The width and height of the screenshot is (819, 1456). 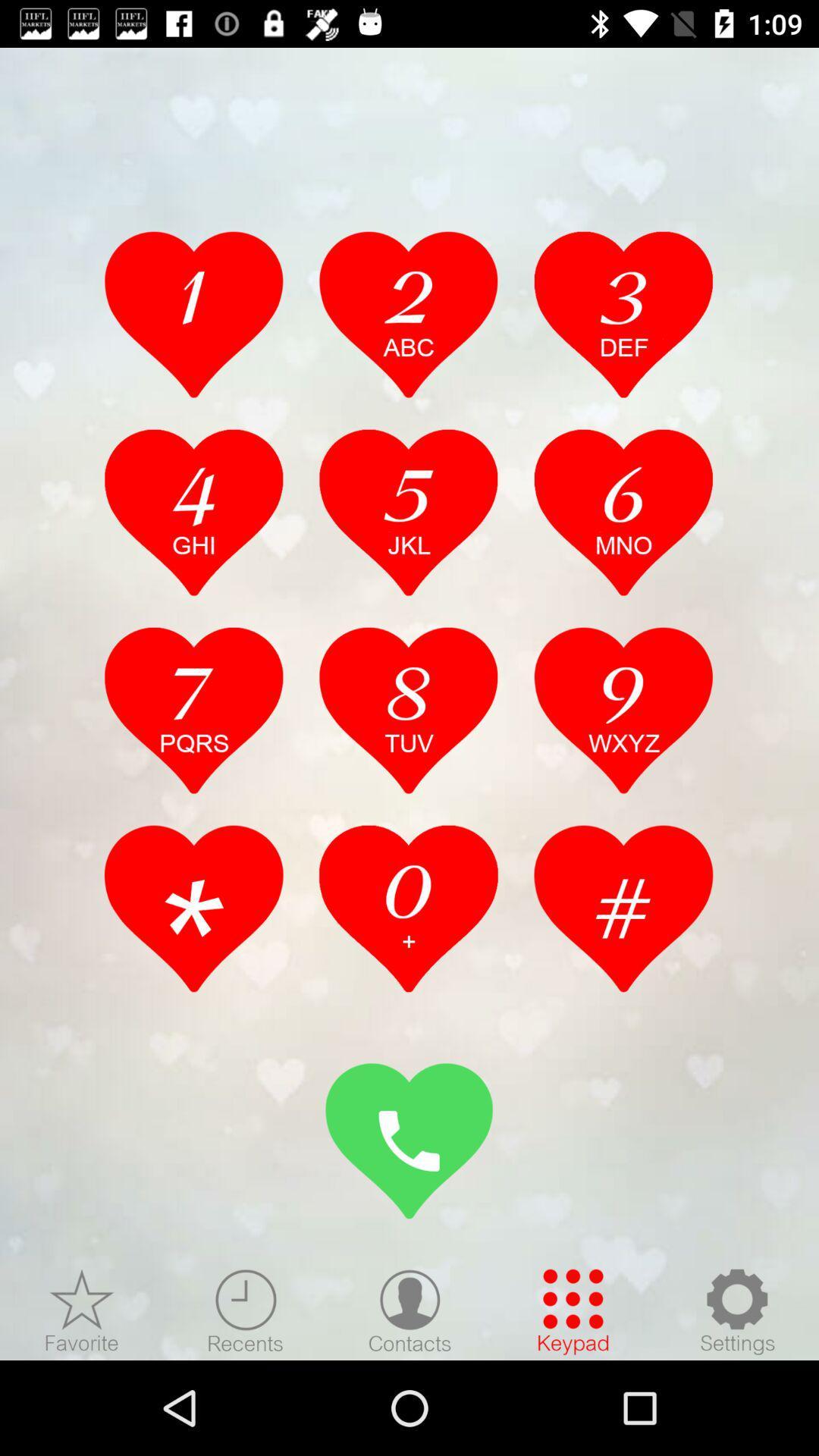 What do you see at coordinates (193, 313) in the screenshot?
I see `the digit one heart button` at bounding box center [193, 313].